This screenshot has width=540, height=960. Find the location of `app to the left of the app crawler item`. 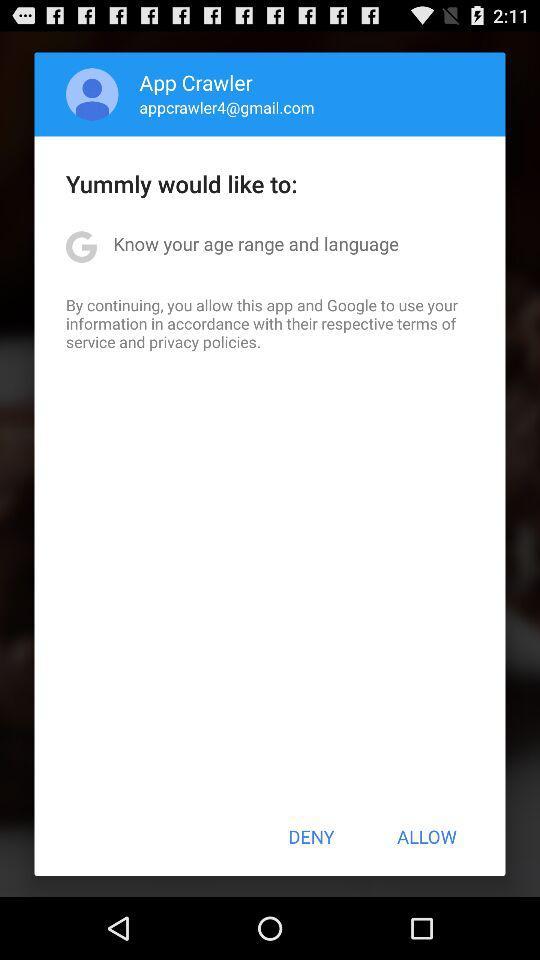

app to the left of the app crawler item is located at coordinates (91, 94).